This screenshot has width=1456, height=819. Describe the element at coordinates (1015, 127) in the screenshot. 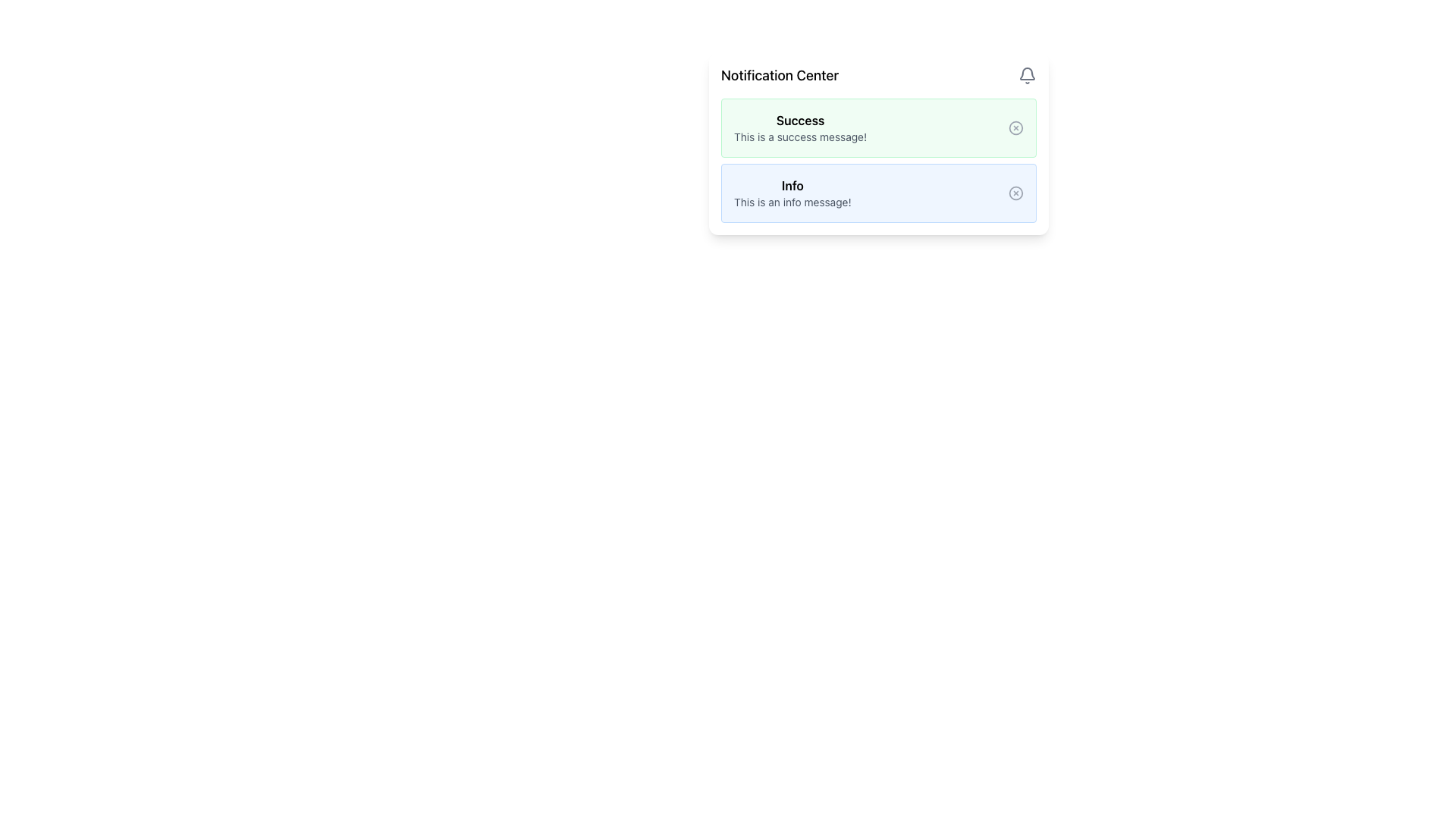

I see `the close button located in the upper right corner of the green 'Success' notification box` at that location.